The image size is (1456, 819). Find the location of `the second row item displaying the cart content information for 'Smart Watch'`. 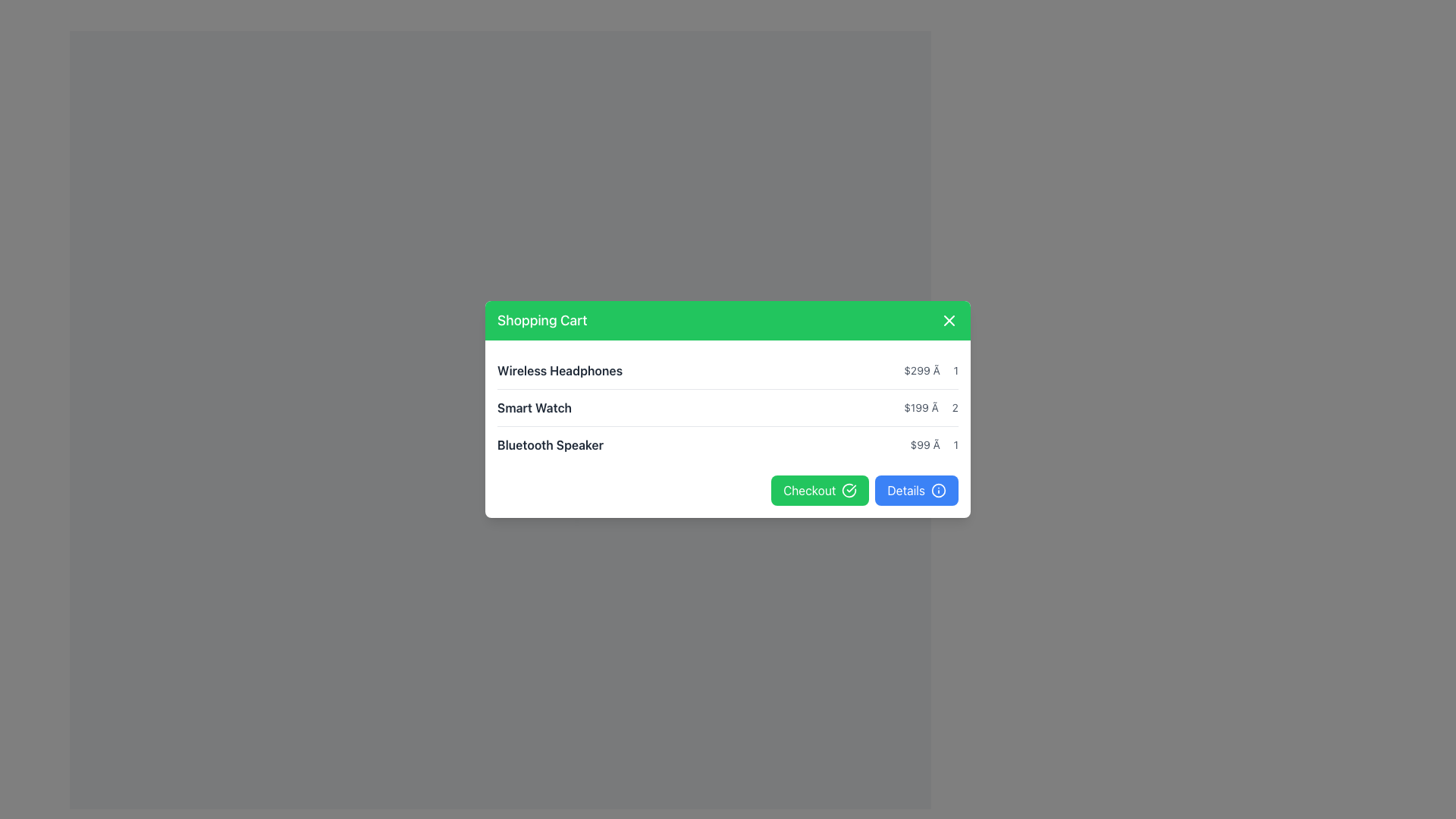

the second row item displaying the cart content information for 'Smart Watch' is located at coordinates (728, 406).